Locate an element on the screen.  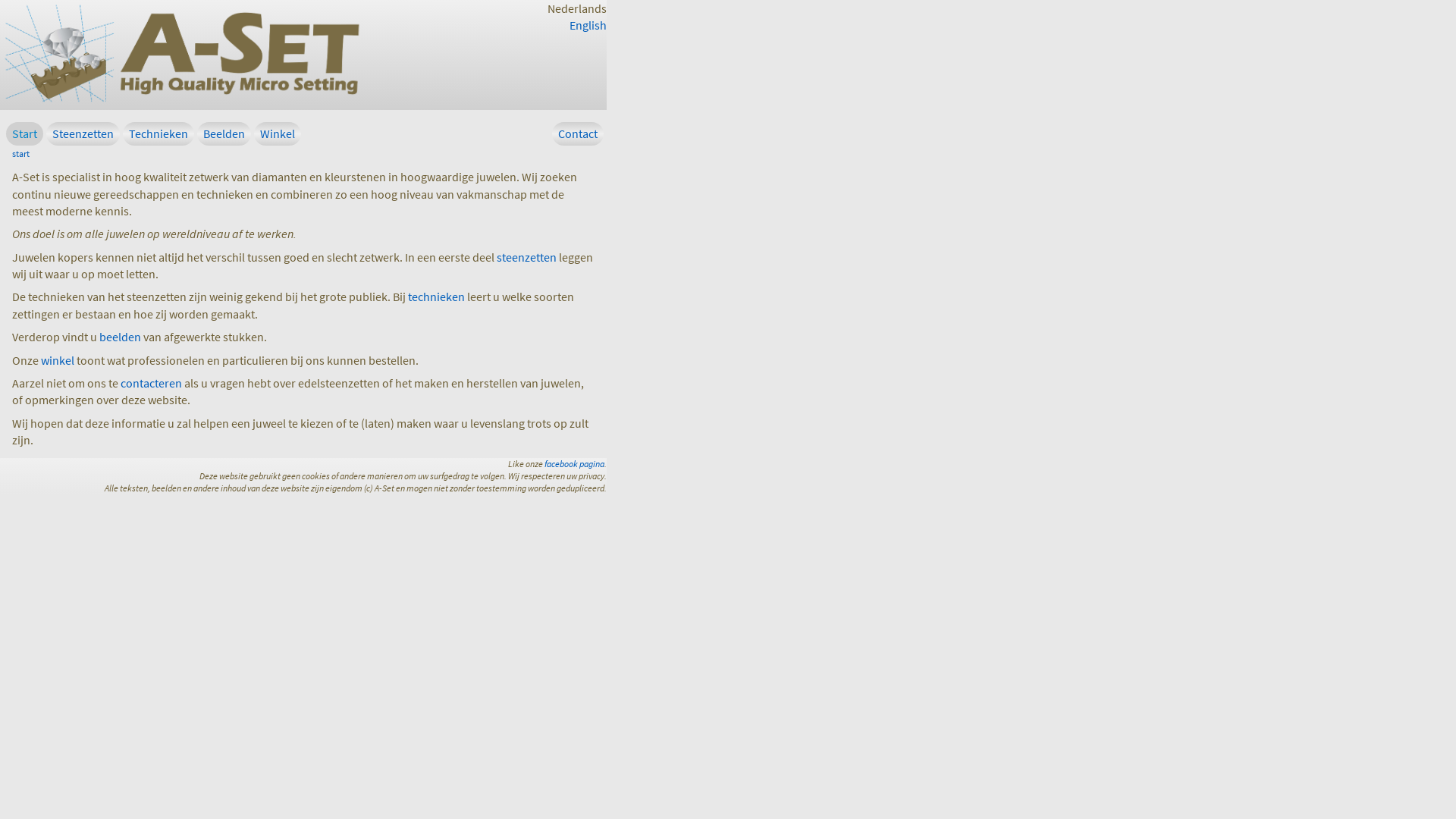
'winkel' is located at coordinates (58, 359).